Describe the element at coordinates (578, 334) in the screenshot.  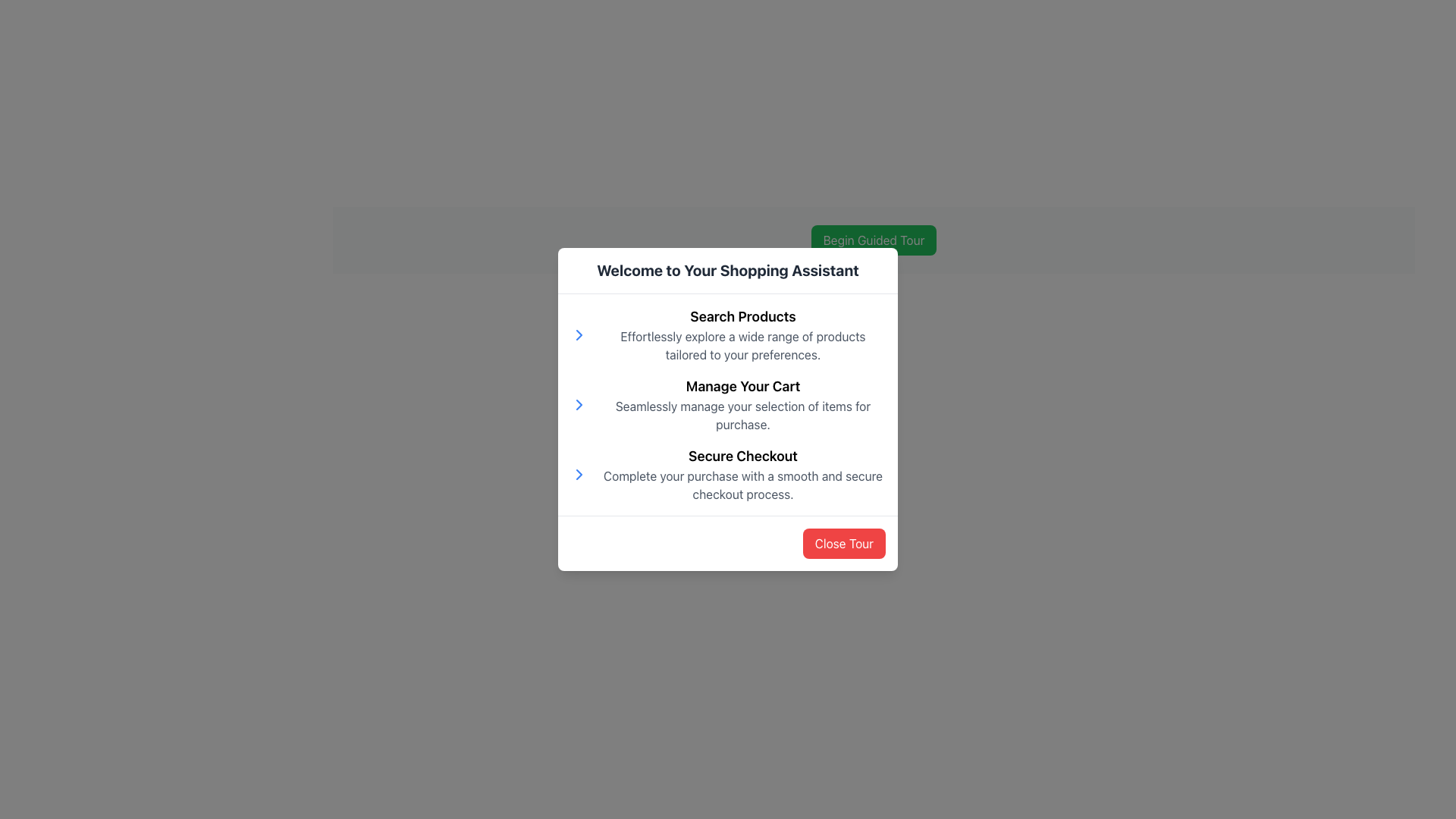
I see `the small right-pointing chevron icon located next to the 'Manage Your Cart' text within the dialog box` at that location.